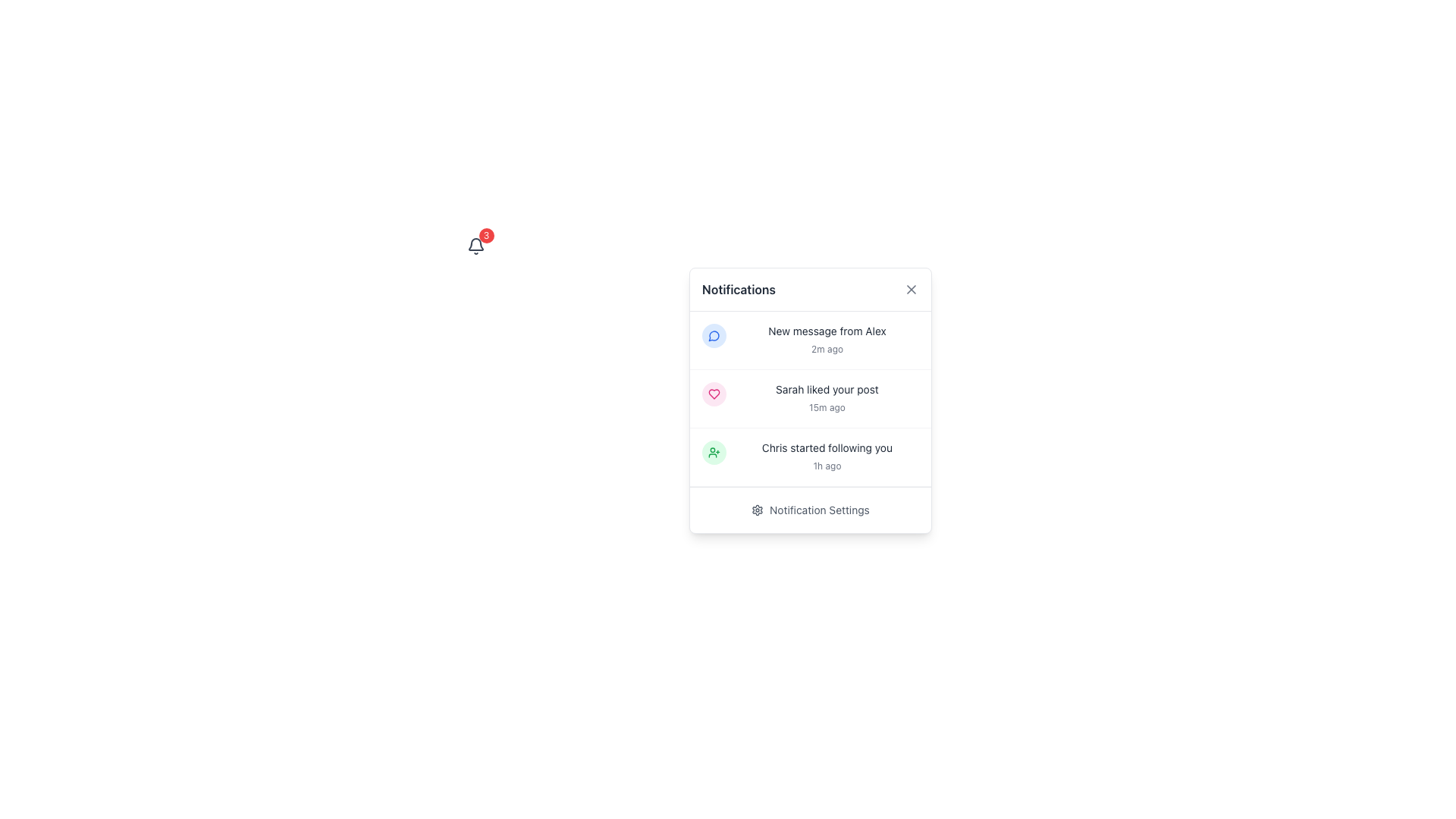 The width and height of the screenshot is (1456, 819). What do you see at coordinates (810, 400) in the screenshot?
I see `the Notification card indicating that Sarah liked the user's post 15 minutes ago, which is the second item in the dropdown panel` at bounding box center [810, 400].